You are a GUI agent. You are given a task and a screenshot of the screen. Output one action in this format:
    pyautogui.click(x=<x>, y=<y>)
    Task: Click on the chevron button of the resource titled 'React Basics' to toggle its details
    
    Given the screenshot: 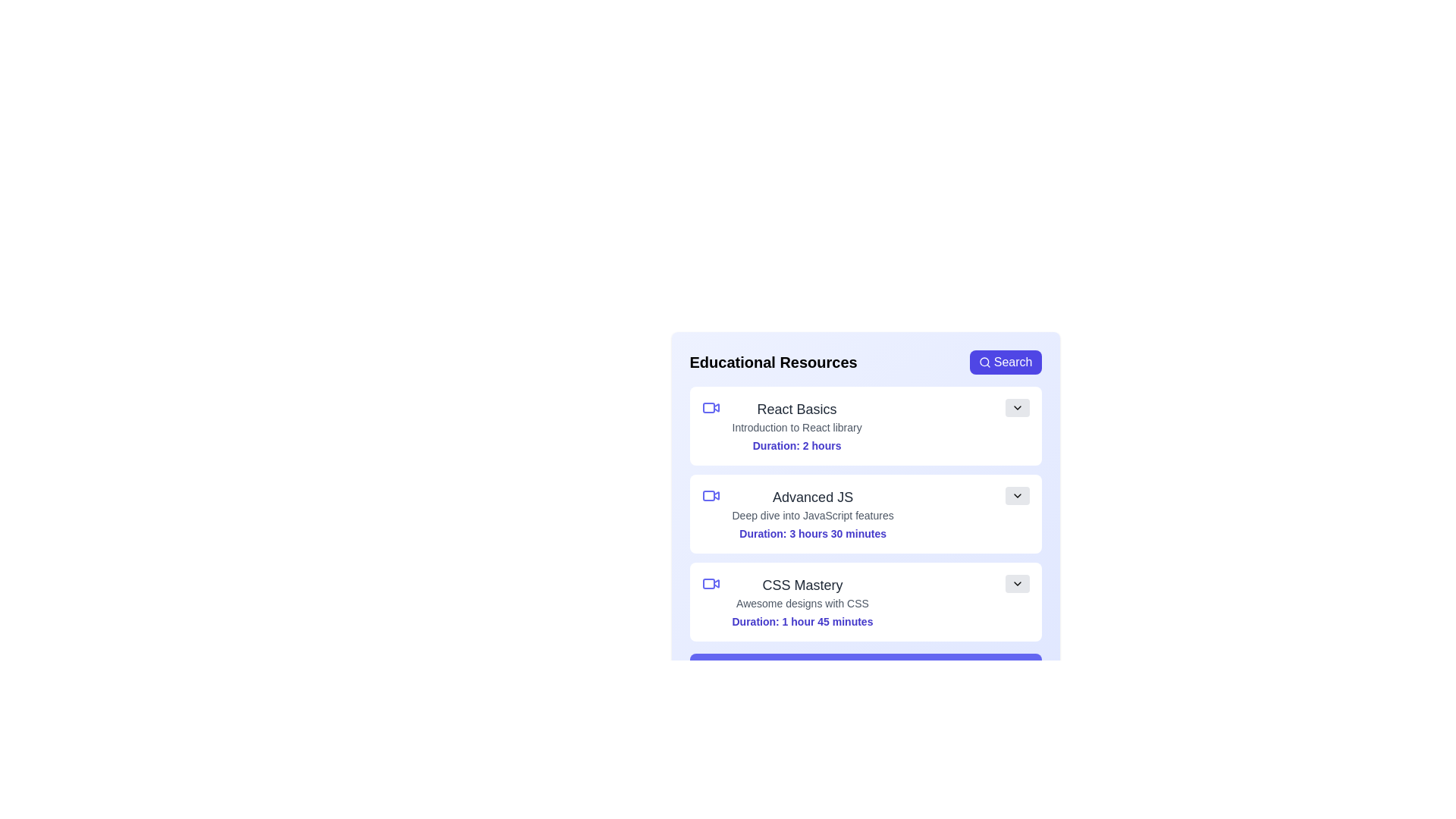 What is the action you would take?
    pyautogui.click(x=1017, y=406)
    